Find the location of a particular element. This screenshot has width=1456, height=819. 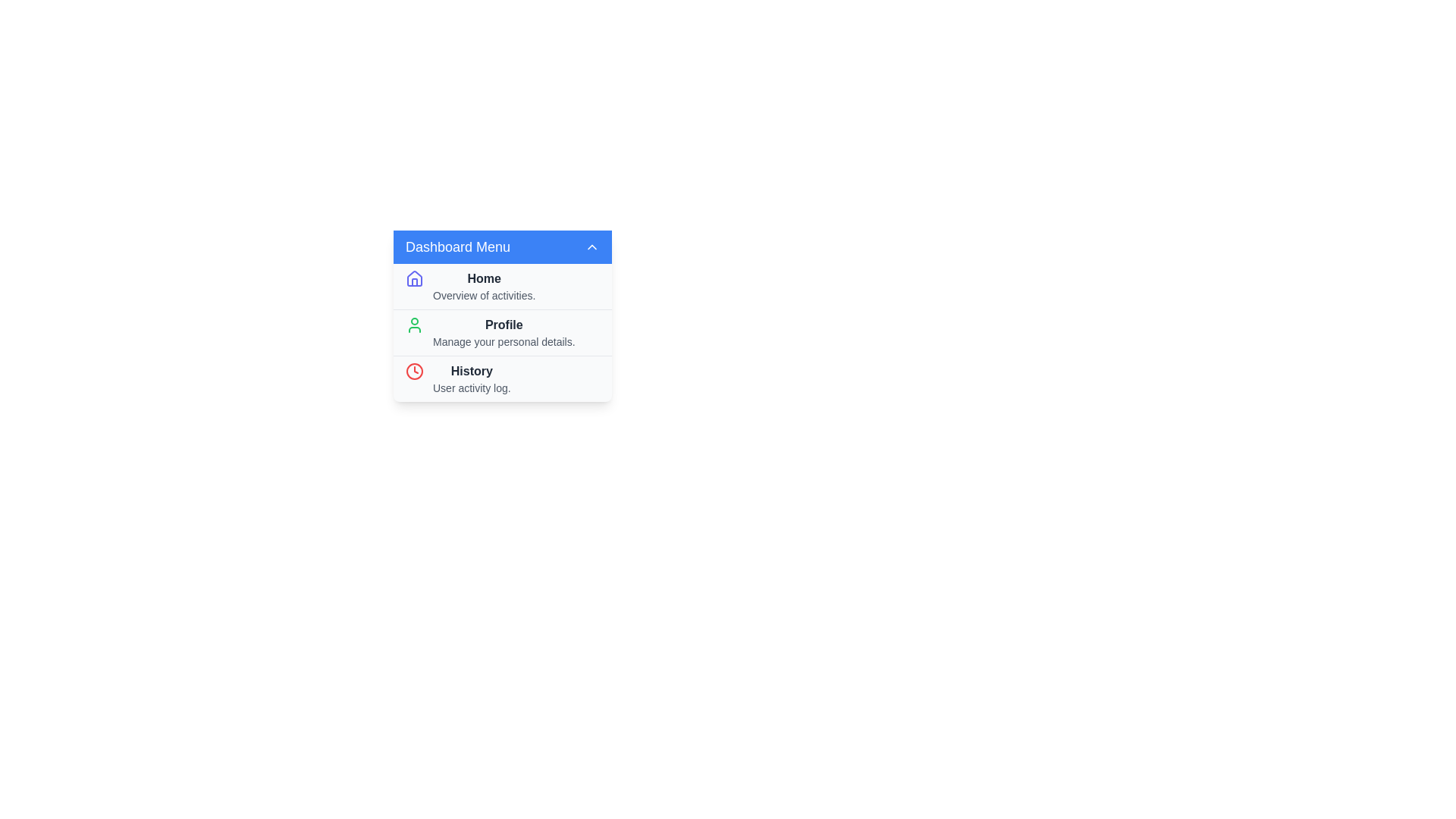

the 'Profile' menu item which contains two lines of text, the first line in bold dark gray and the second line in smaller light gray is located at coordinates (504, 332).